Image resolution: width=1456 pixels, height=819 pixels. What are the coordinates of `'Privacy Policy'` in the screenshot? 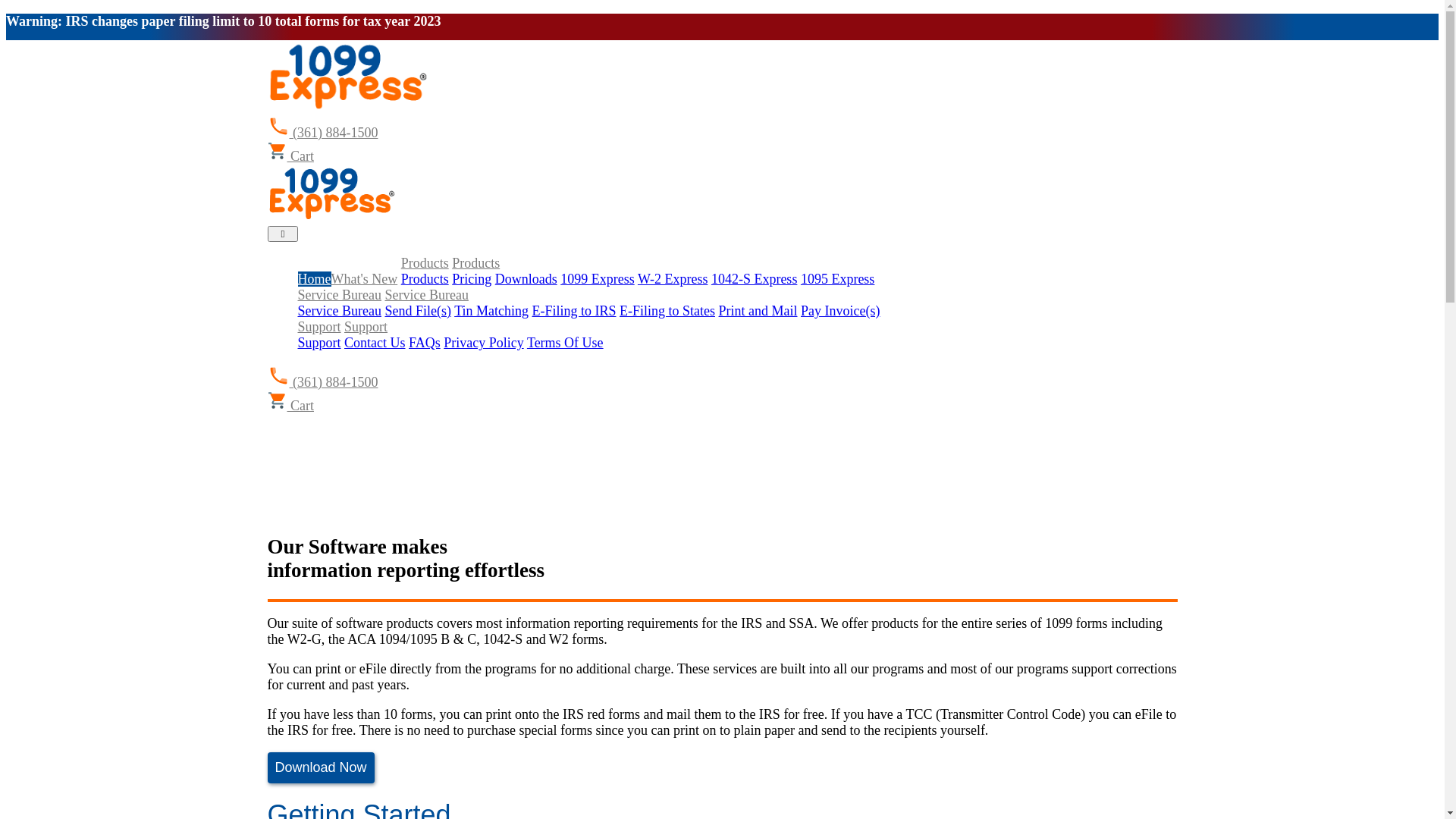 It's located at (483, 342).